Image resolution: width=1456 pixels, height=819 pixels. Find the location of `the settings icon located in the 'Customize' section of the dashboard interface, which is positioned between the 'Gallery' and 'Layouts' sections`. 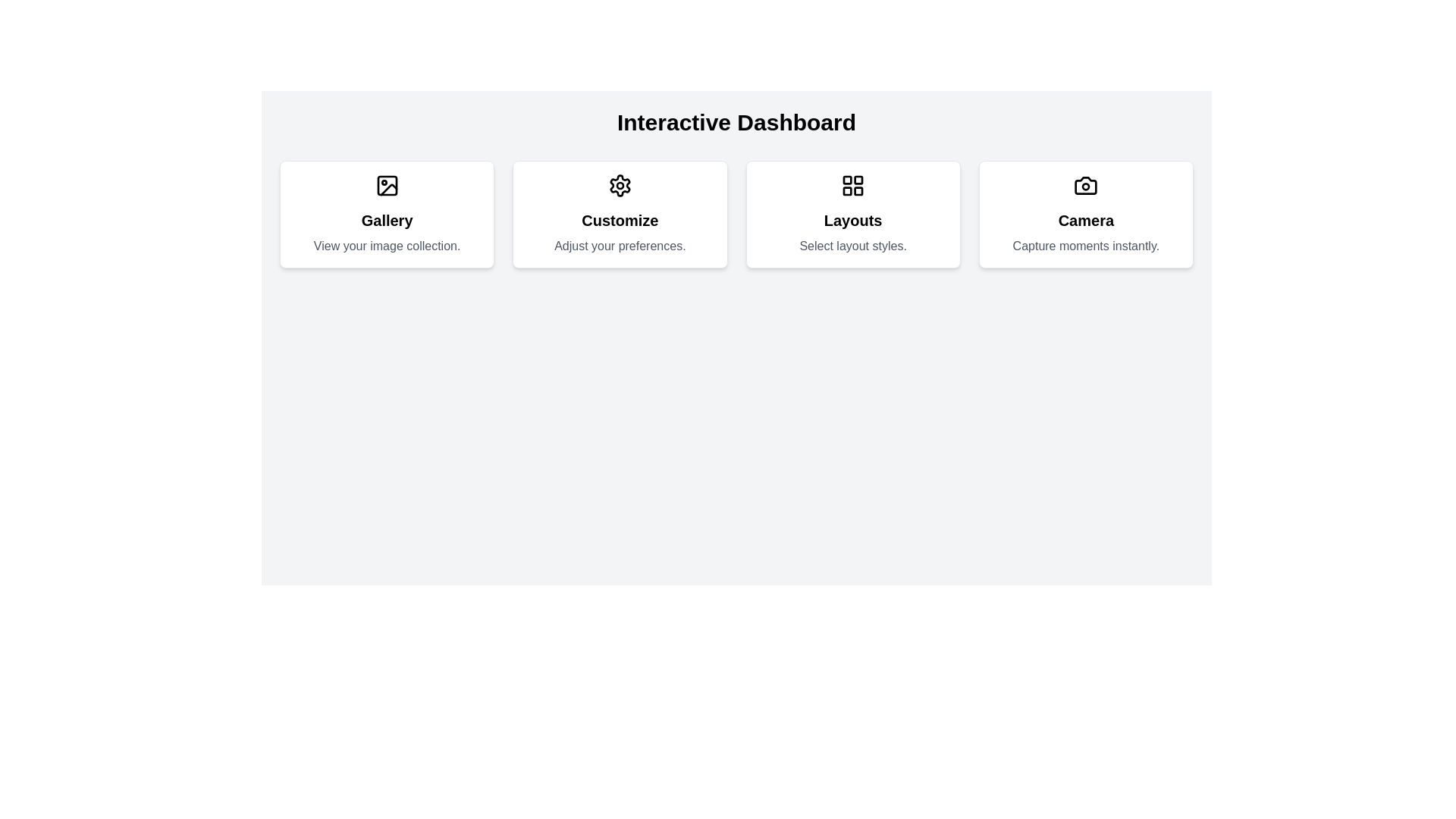

the settings icon located in the 'Customize' section of the dashboard interface, which is positioned between the 'Gallery' and 'Layouts' sections is located at coordinates (620, 185).